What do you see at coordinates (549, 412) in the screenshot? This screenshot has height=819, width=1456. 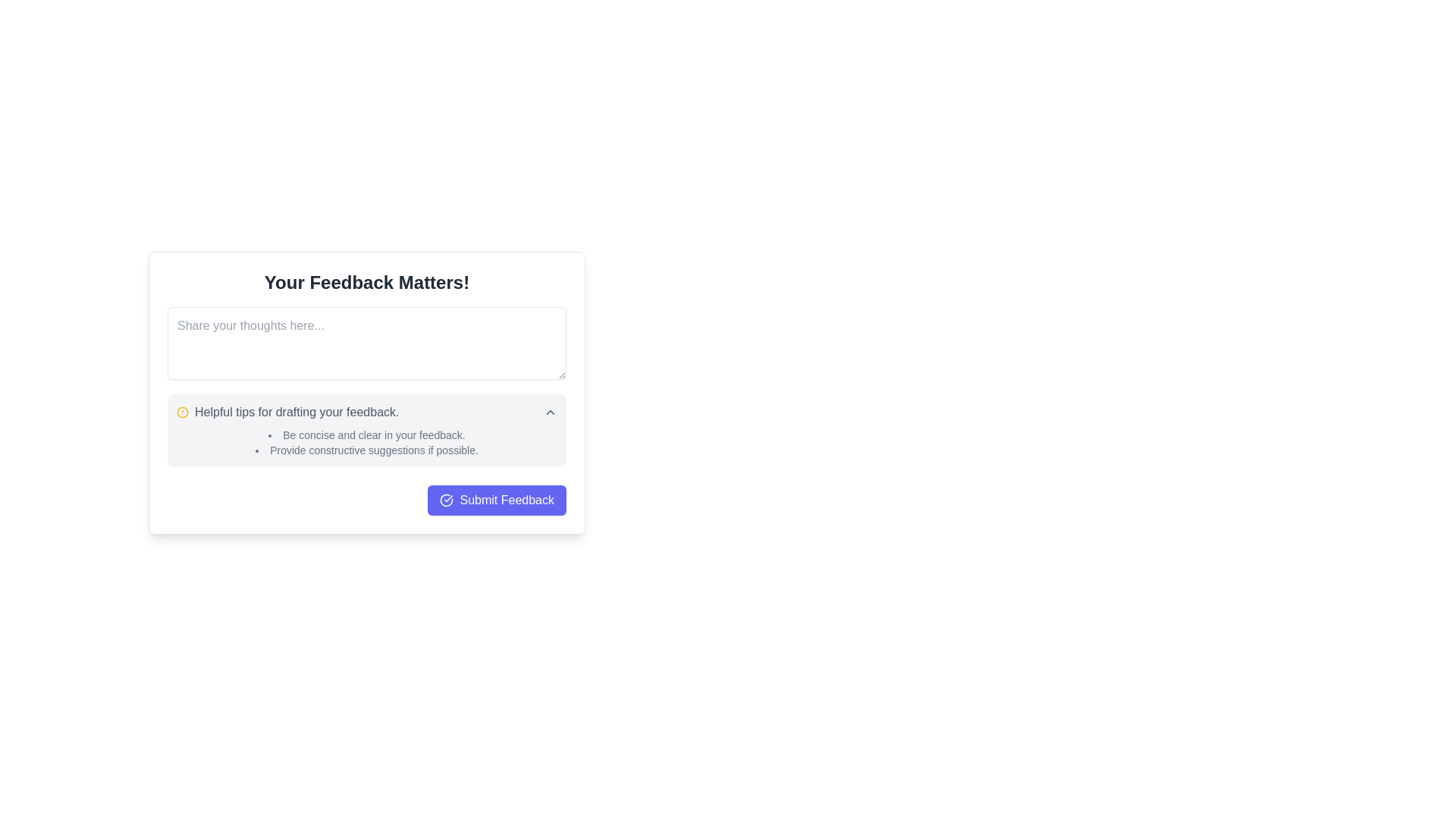 I see `the upward-pointing chevron arrow button, which is gray and located to the right of the text 'Helpful tips for drafting your feedback.'` at bounding box center [549, 412].